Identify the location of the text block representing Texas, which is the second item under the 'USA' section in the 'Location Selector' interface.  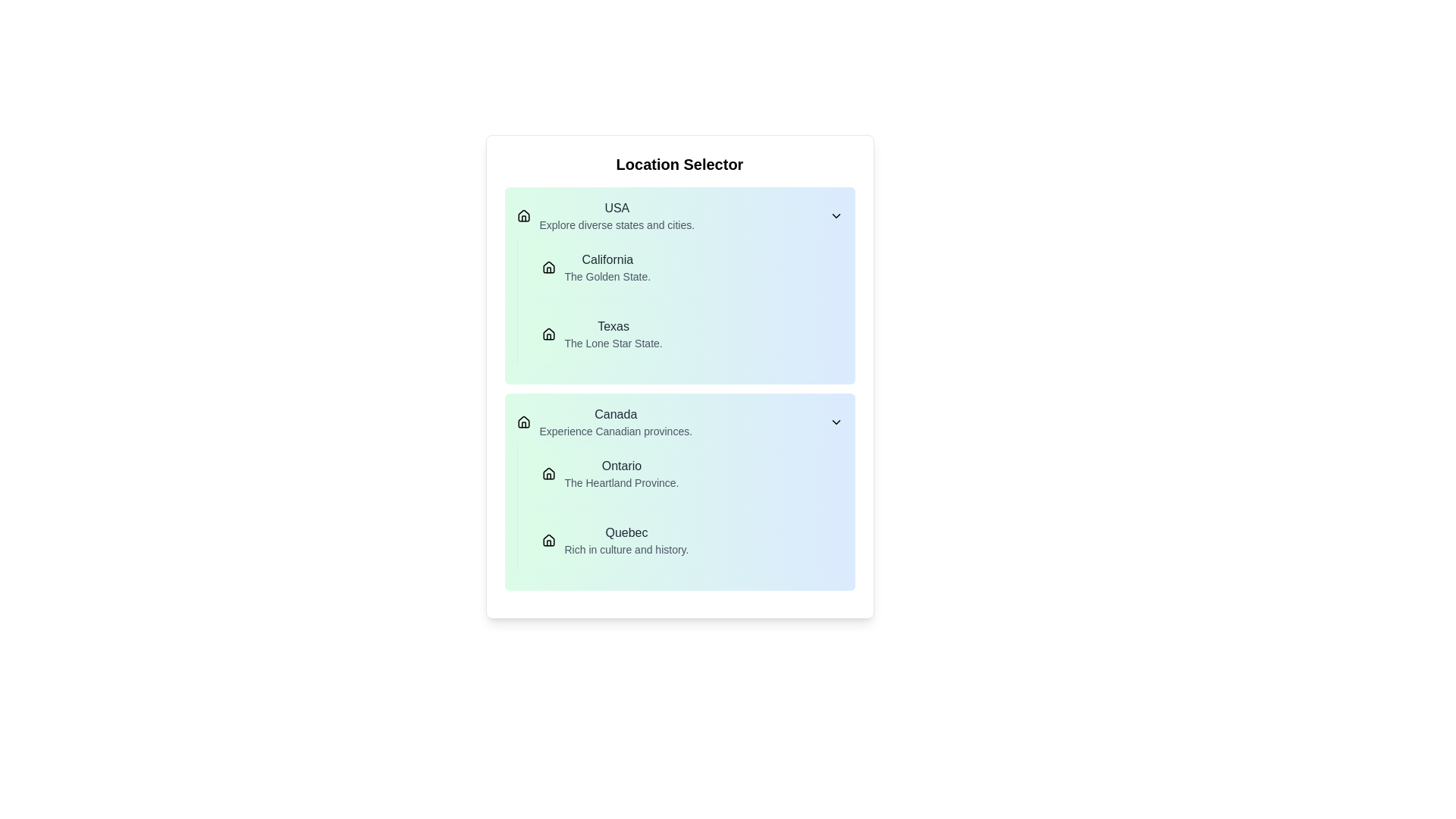
(613, 333).